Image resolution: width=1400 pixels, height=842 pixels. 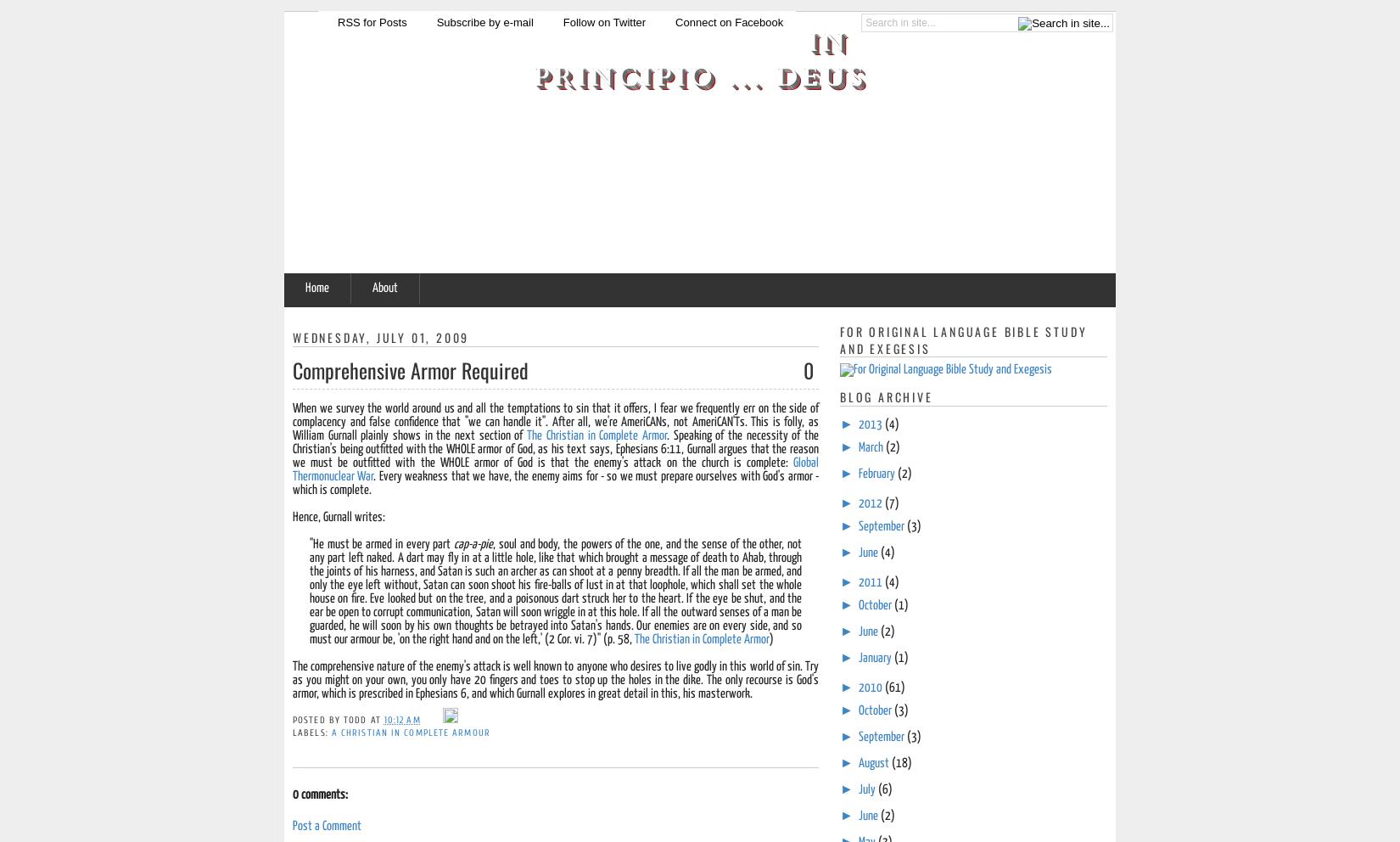 I want to click on '"He must be armed in every part', so click(x=380, y=543).